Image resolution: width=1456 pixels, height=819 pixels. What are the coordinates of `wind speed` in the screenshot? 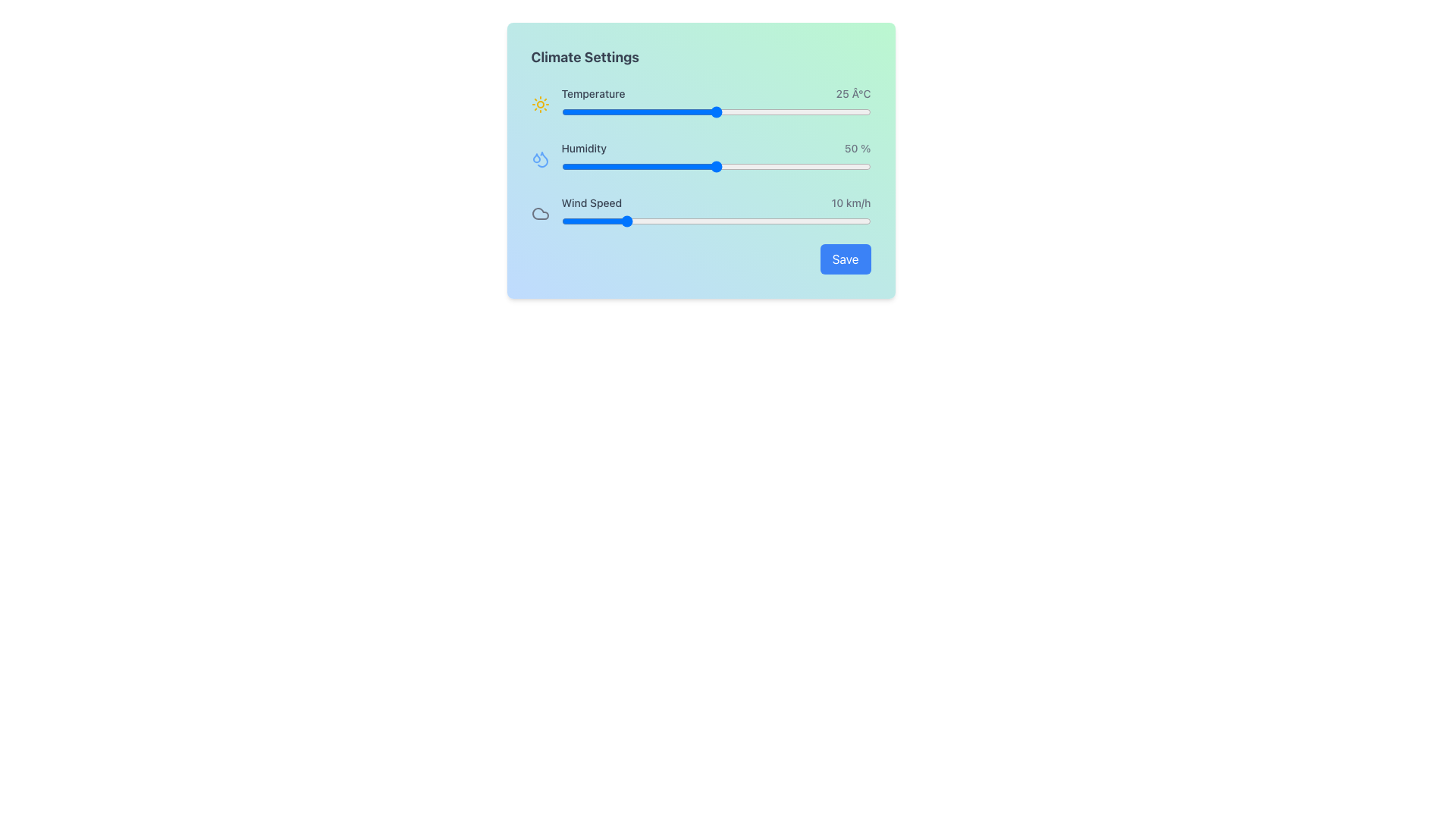 It's located at (585, 221).